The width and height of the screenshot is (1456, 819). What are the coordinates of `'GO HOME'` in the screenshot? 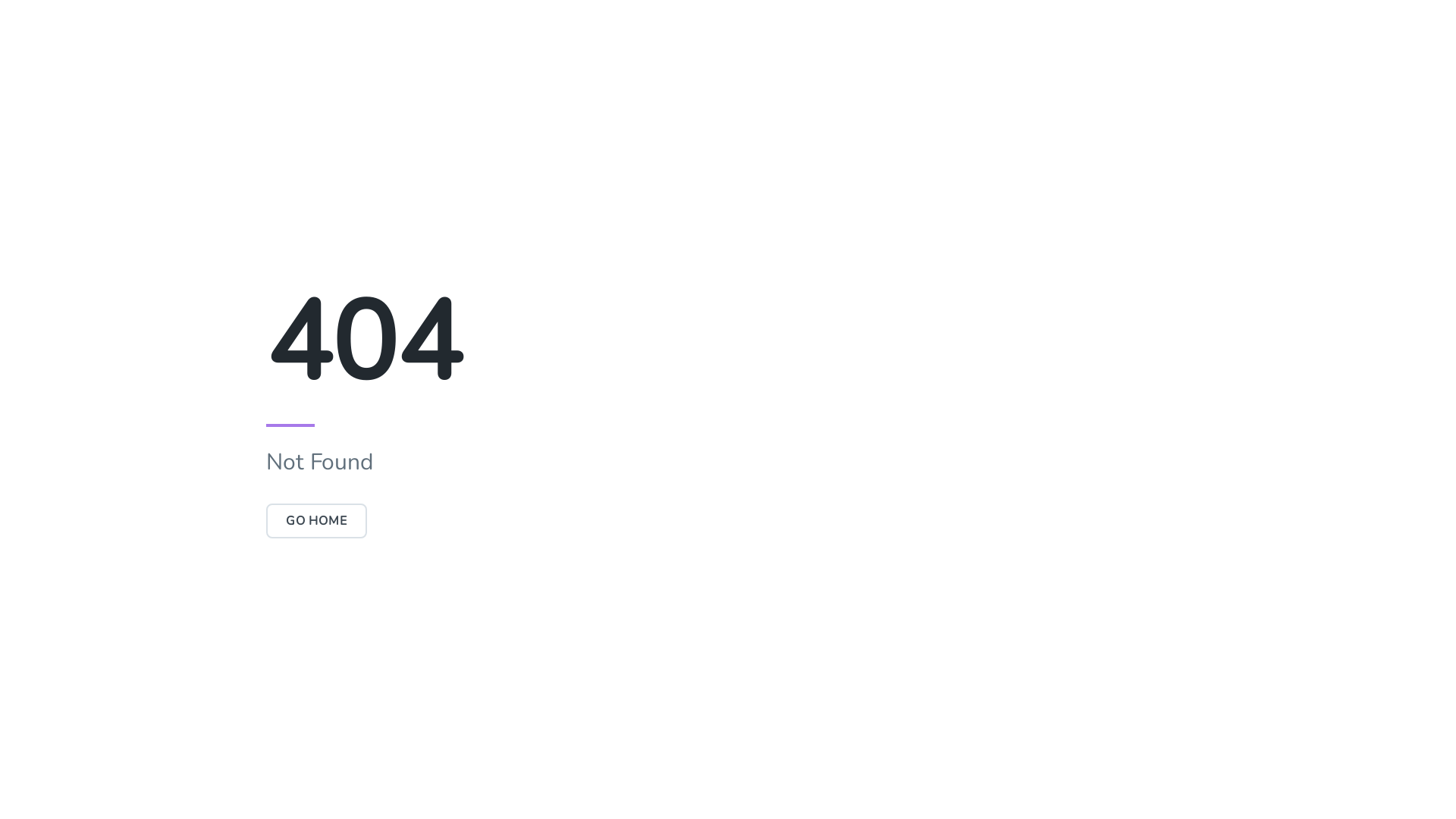 It's located at (315, 519).